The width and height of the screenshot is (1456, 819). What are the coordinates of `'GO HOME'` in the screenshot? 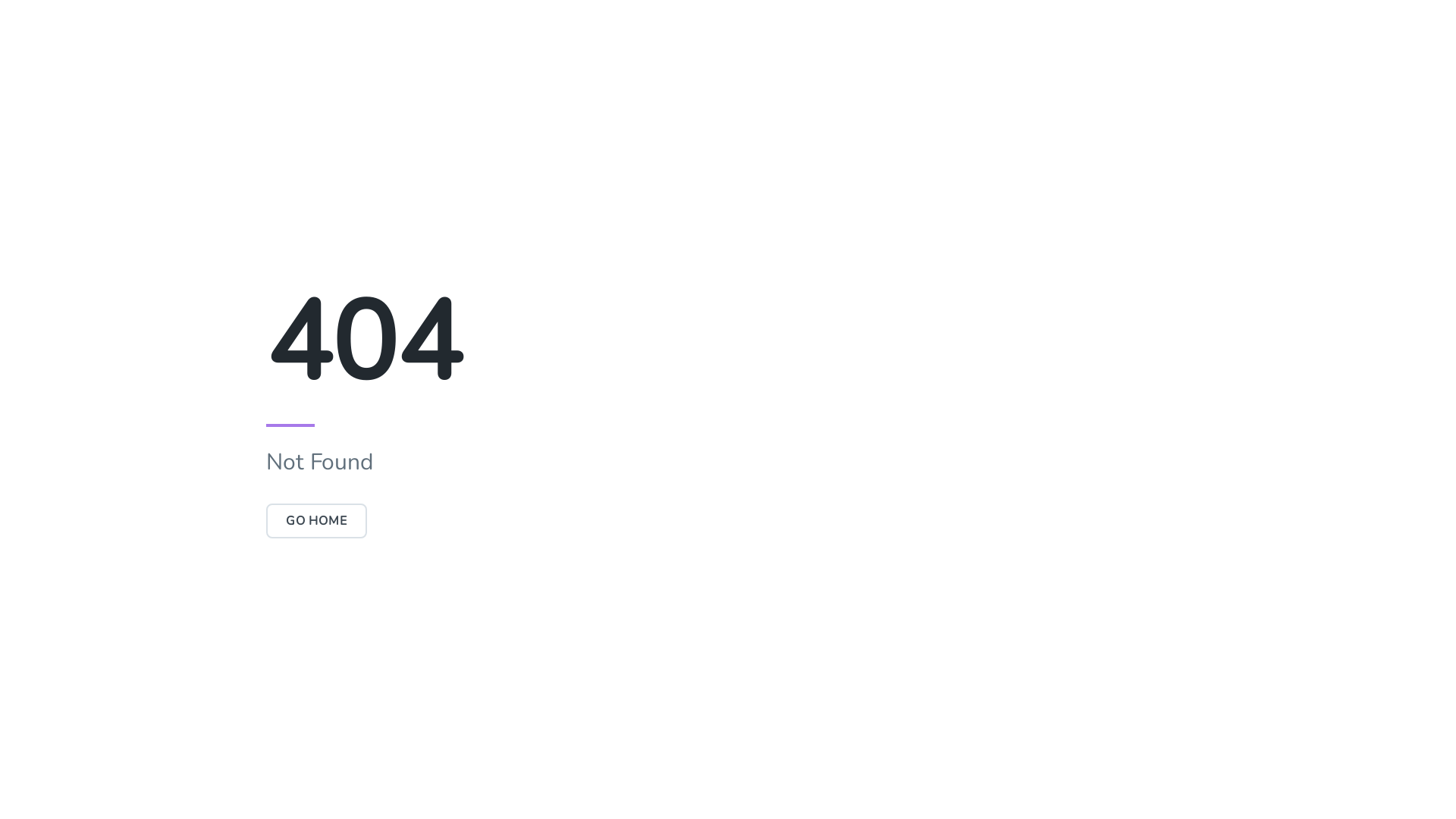 It's located at (315, 519).